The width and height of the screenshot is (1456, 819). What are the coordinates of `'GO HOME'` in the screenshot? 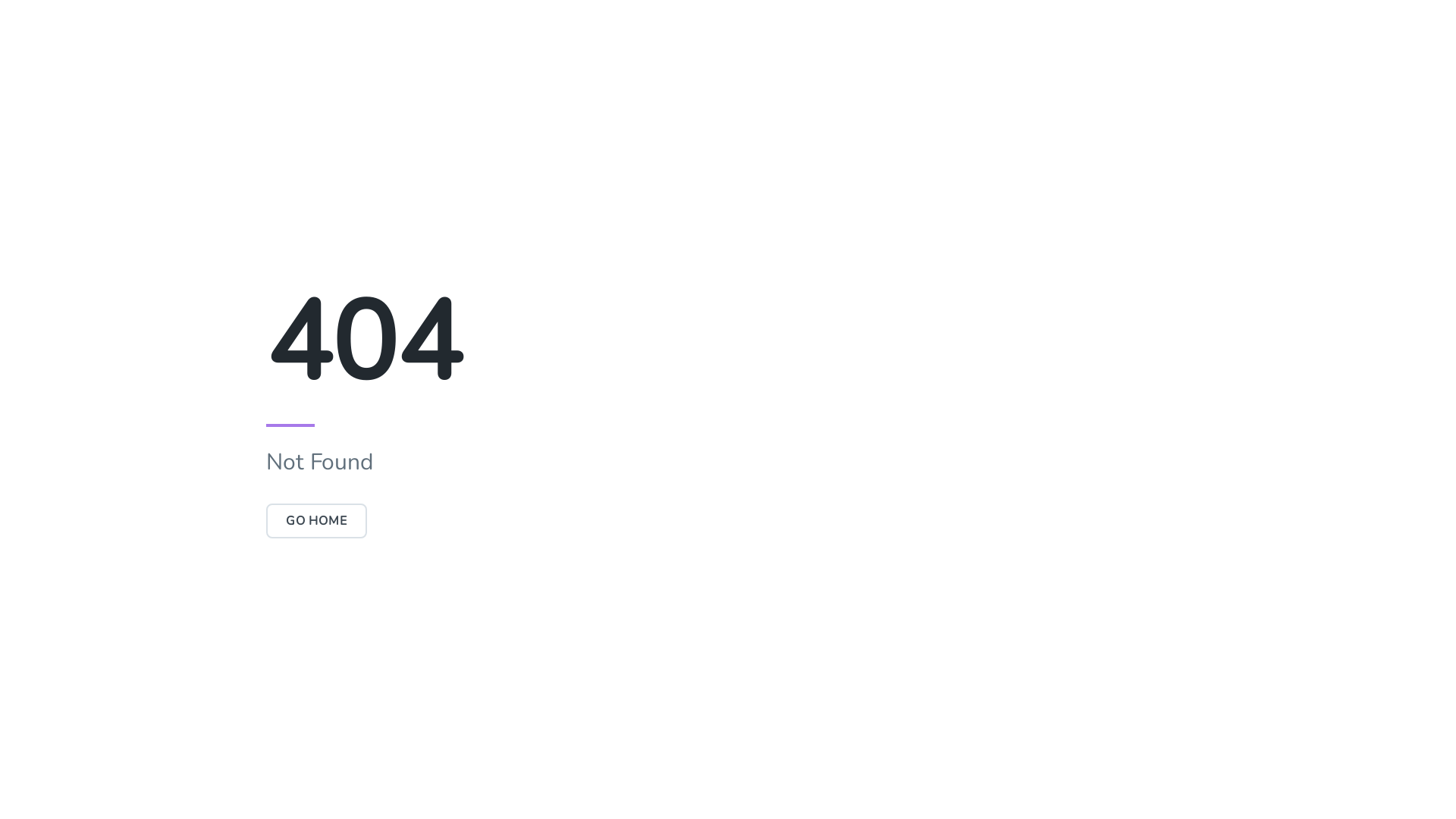 It's located at (315, 519).